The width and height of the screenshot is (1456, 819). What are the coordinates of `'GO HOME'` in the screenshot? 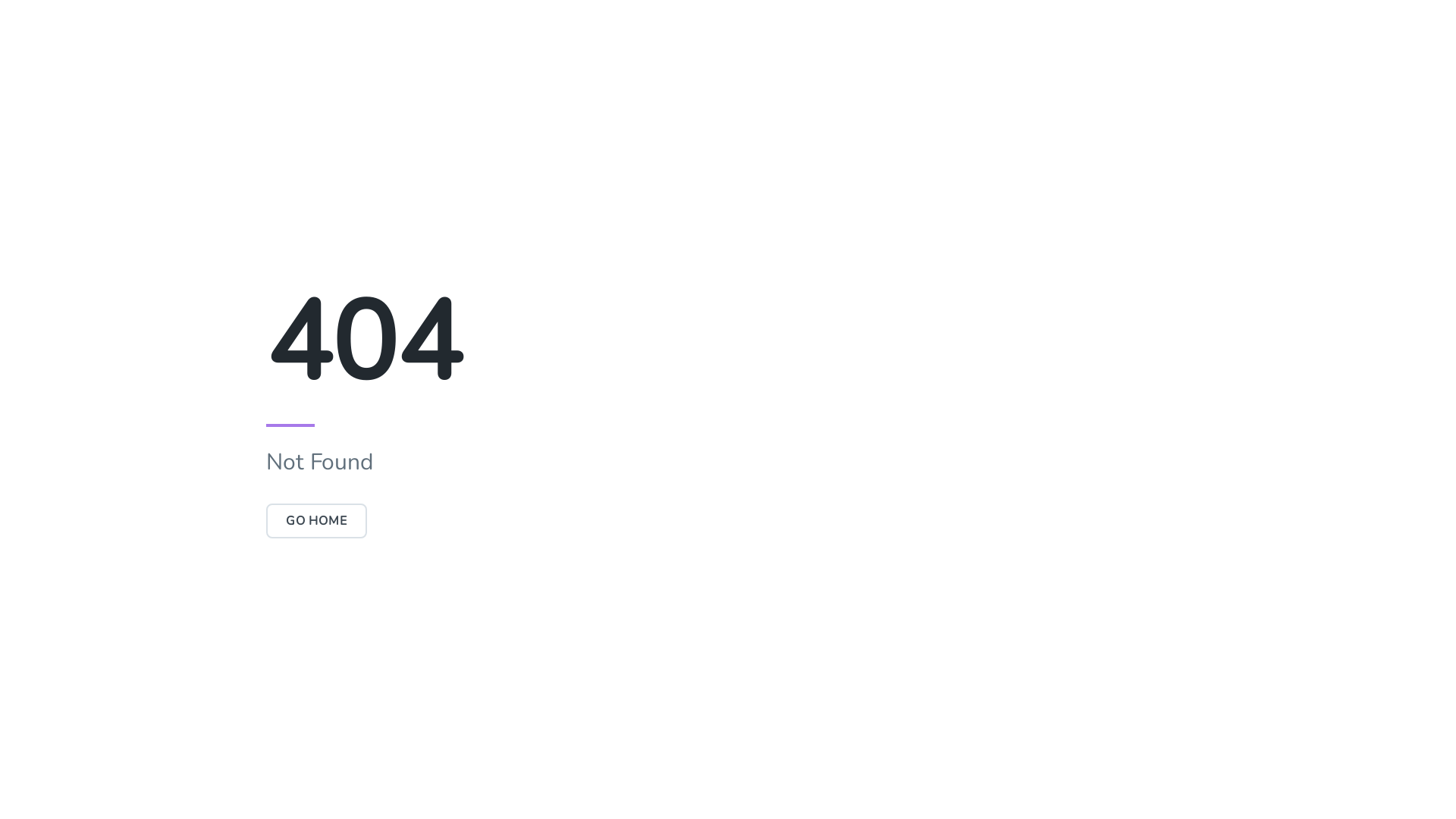 It's located at (315, 519).